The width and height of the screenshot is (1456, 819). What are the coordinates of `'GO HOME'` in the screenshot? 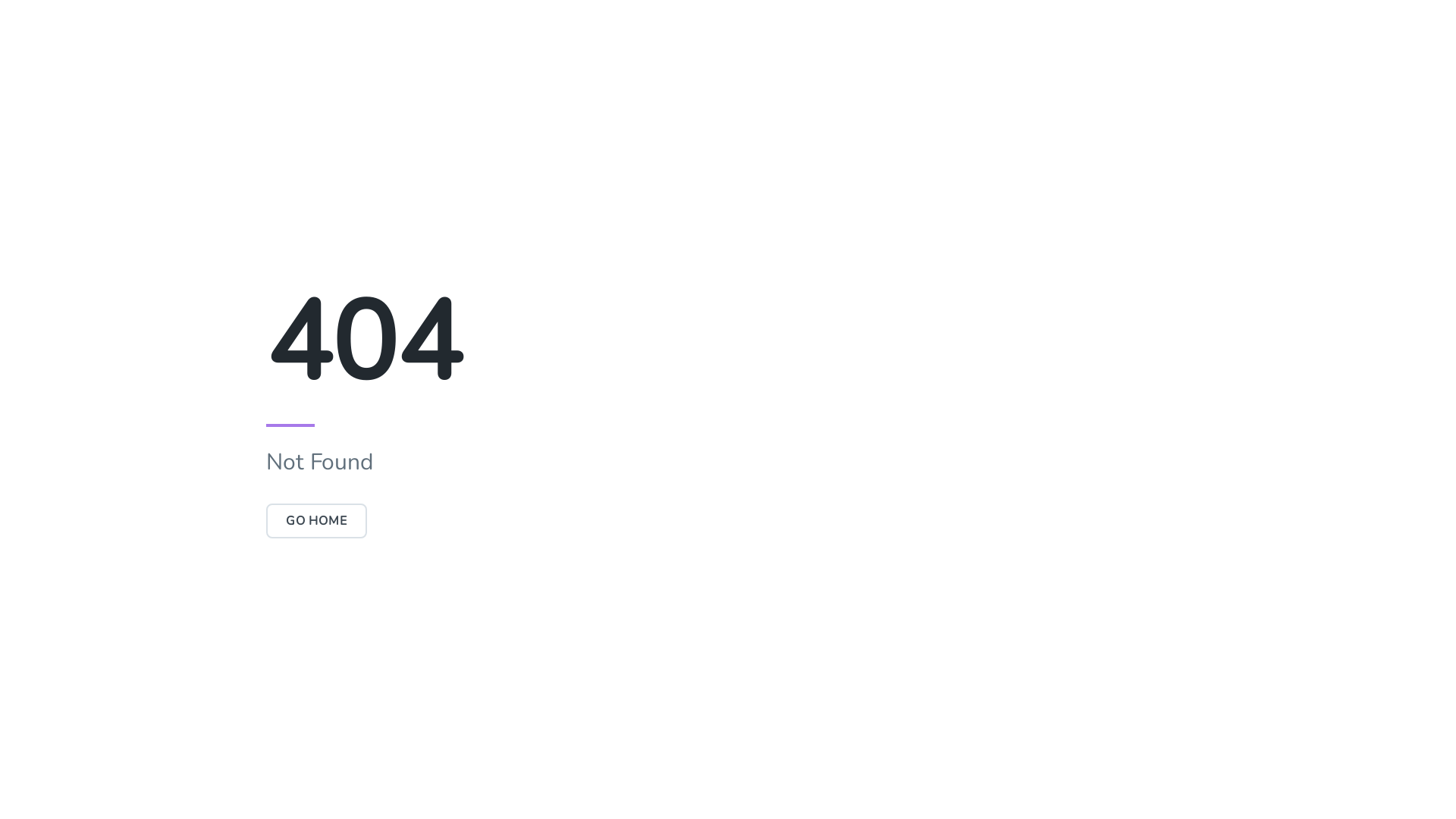 It's located at (315, 519).